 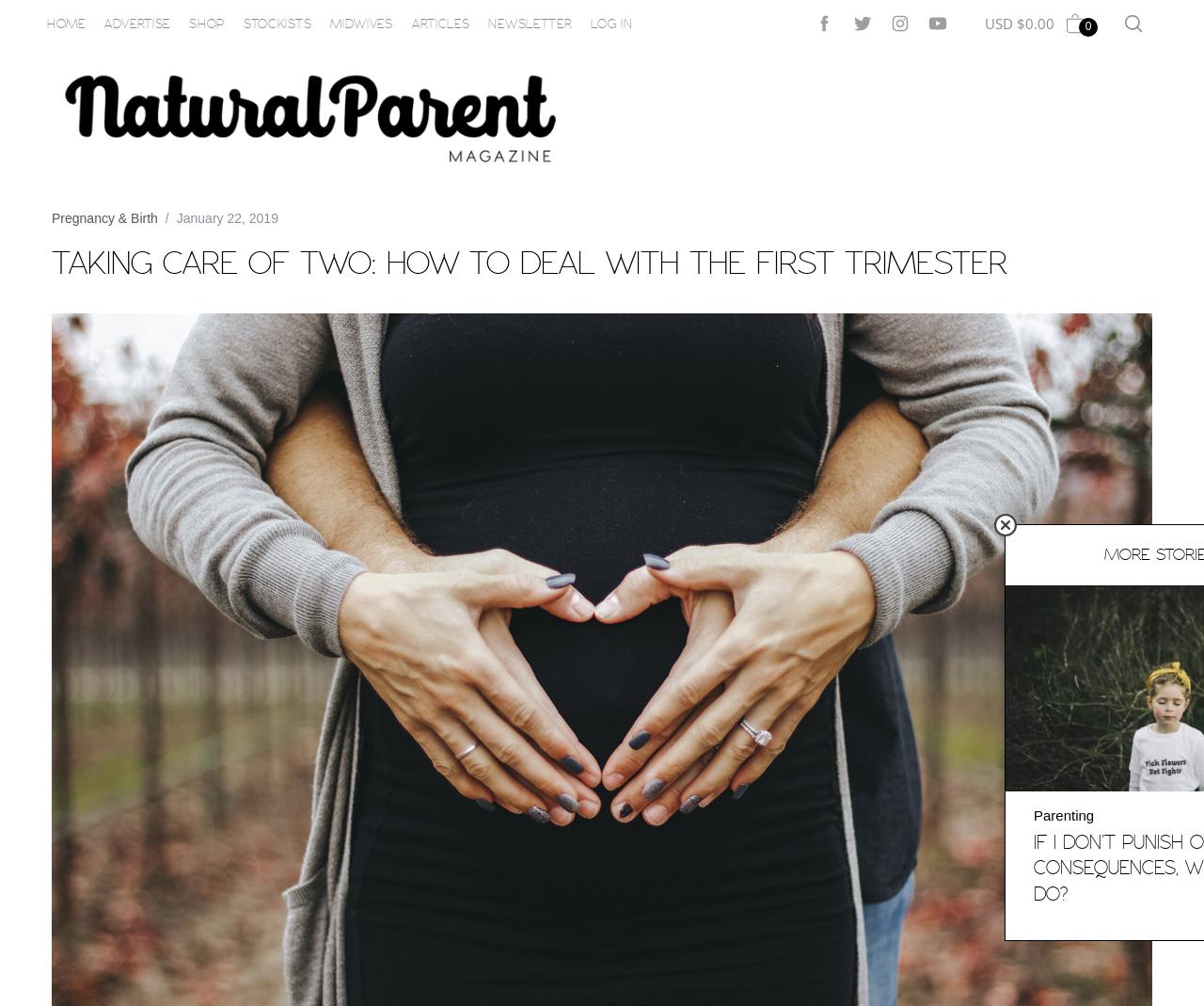 I want to click on 'Shop', so click(x=206, y=22).